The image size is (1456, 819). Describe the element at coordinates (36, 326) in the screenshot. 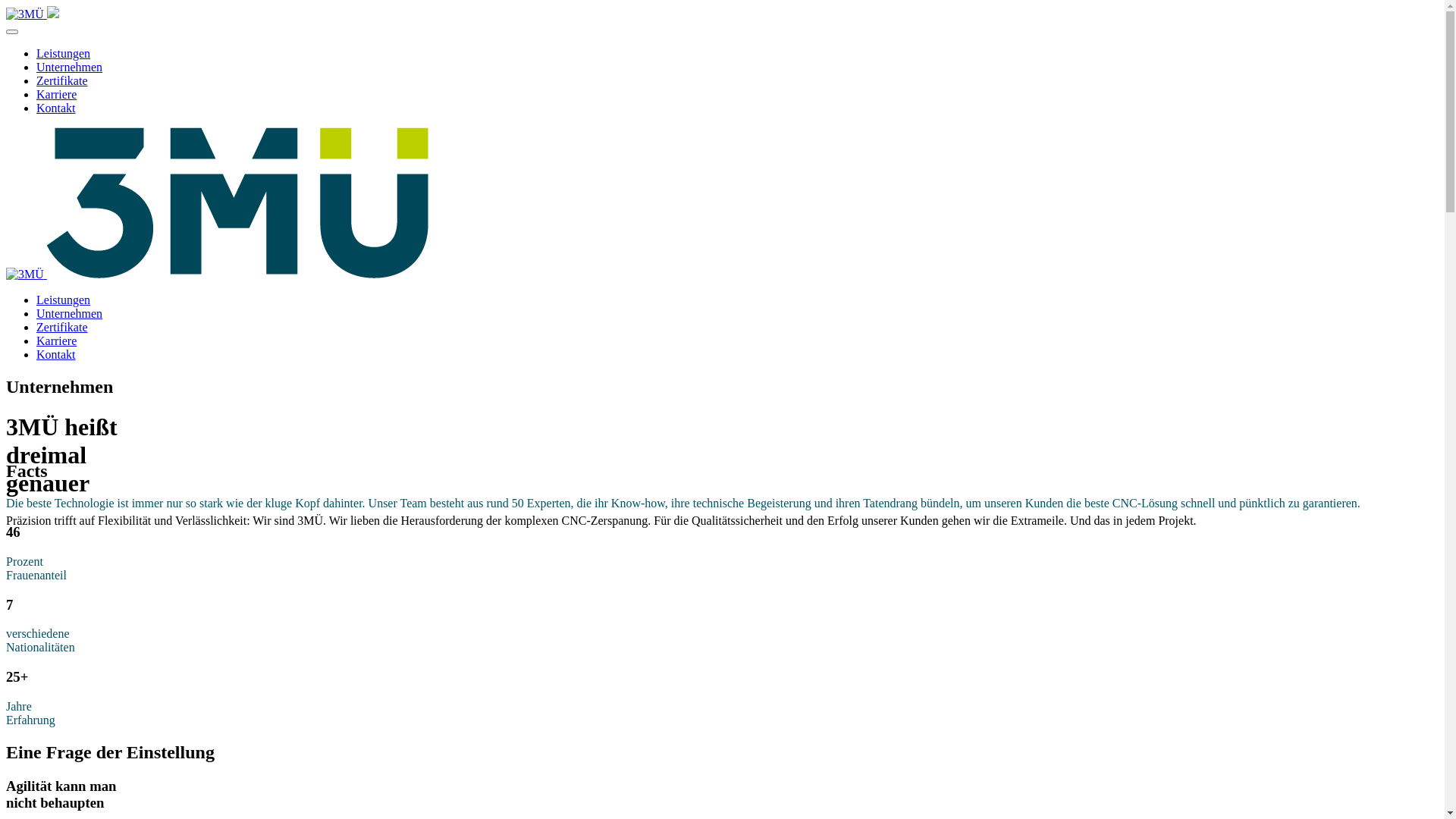

I see `'Zertifikate'` at that location.